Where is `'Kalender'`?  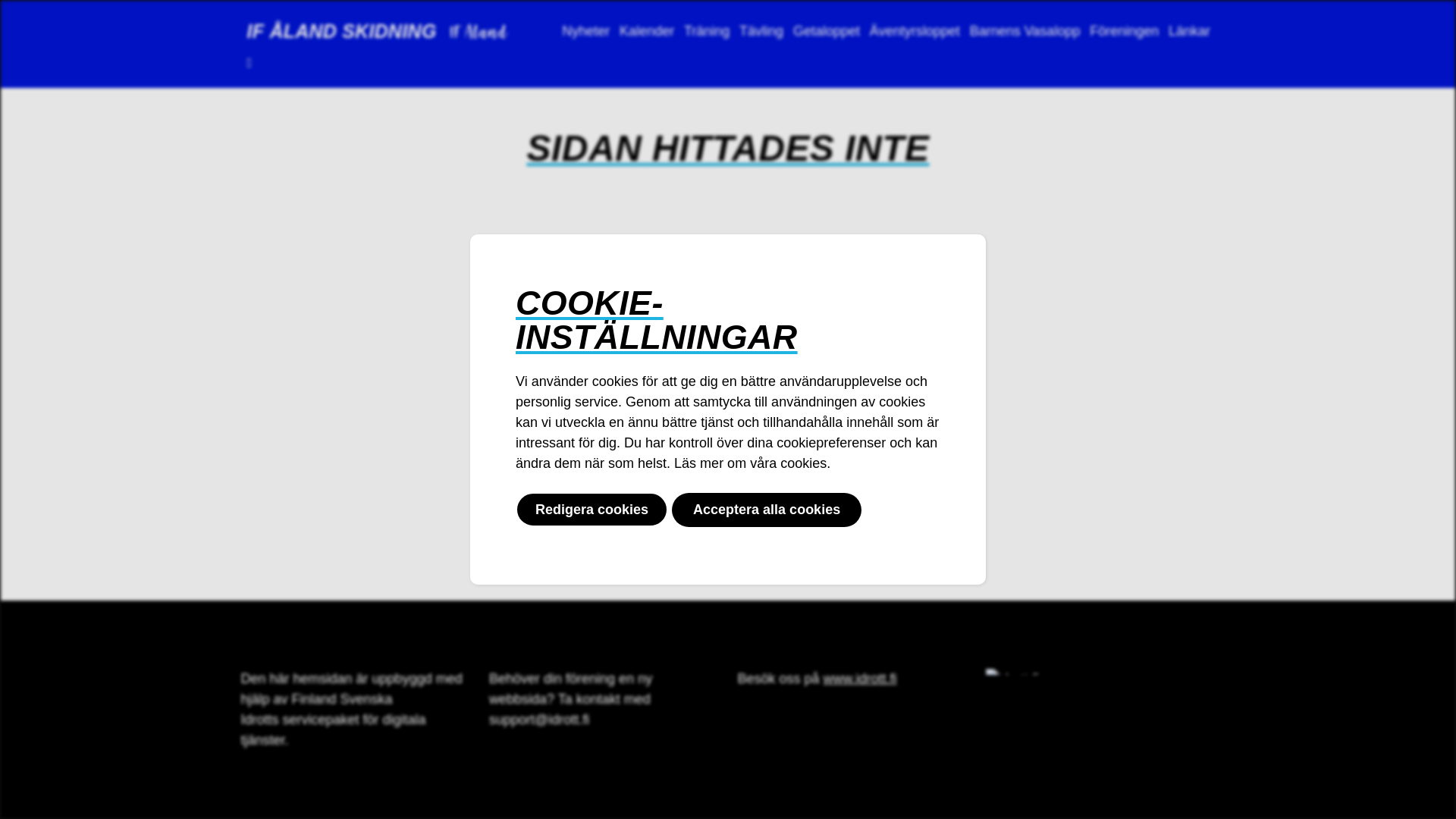 'Kalender' is located at coordinates (615, 31).